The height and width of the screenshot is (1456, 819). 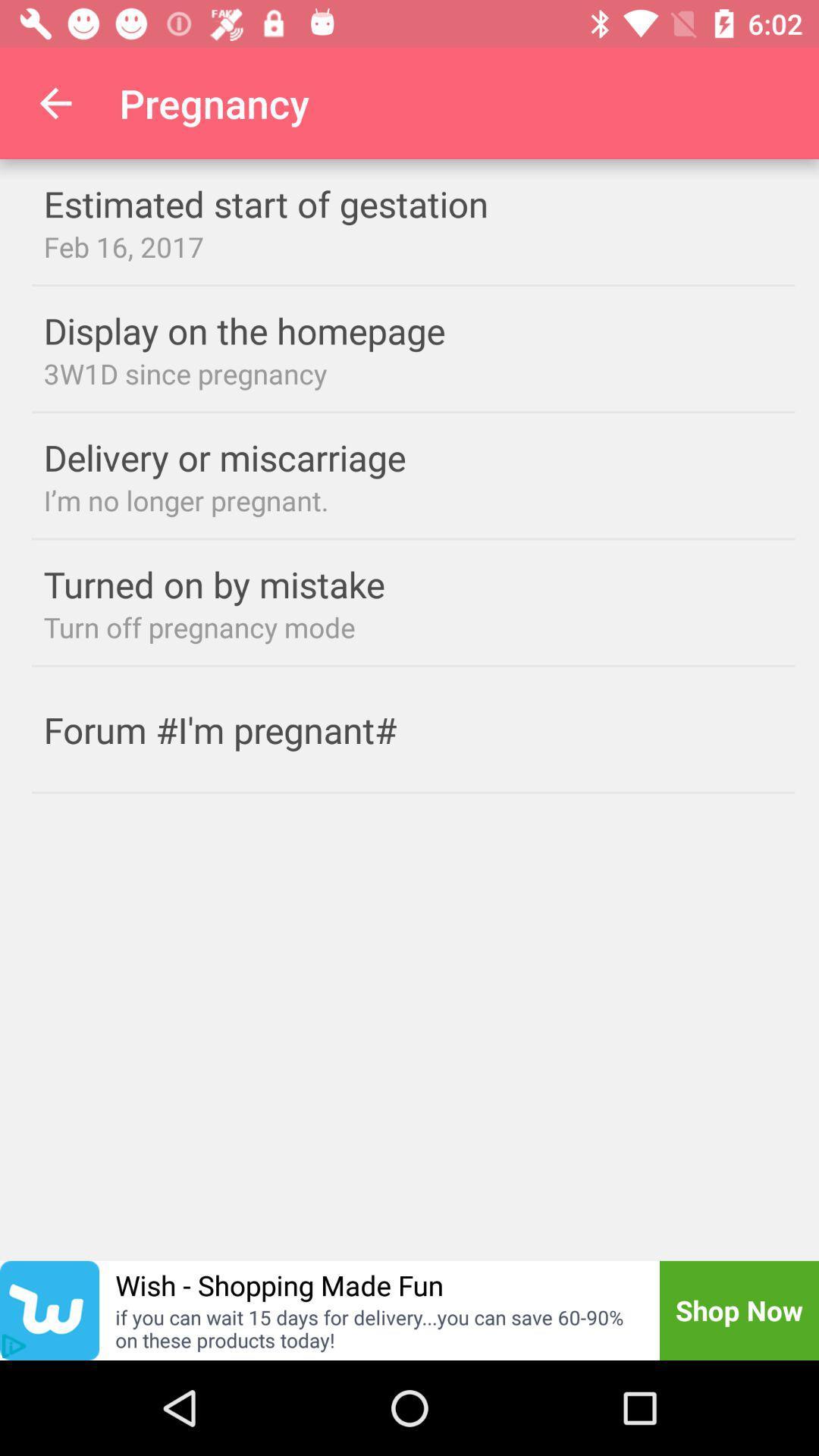 I want to click on open wish app, so click(x=49, y=1310).